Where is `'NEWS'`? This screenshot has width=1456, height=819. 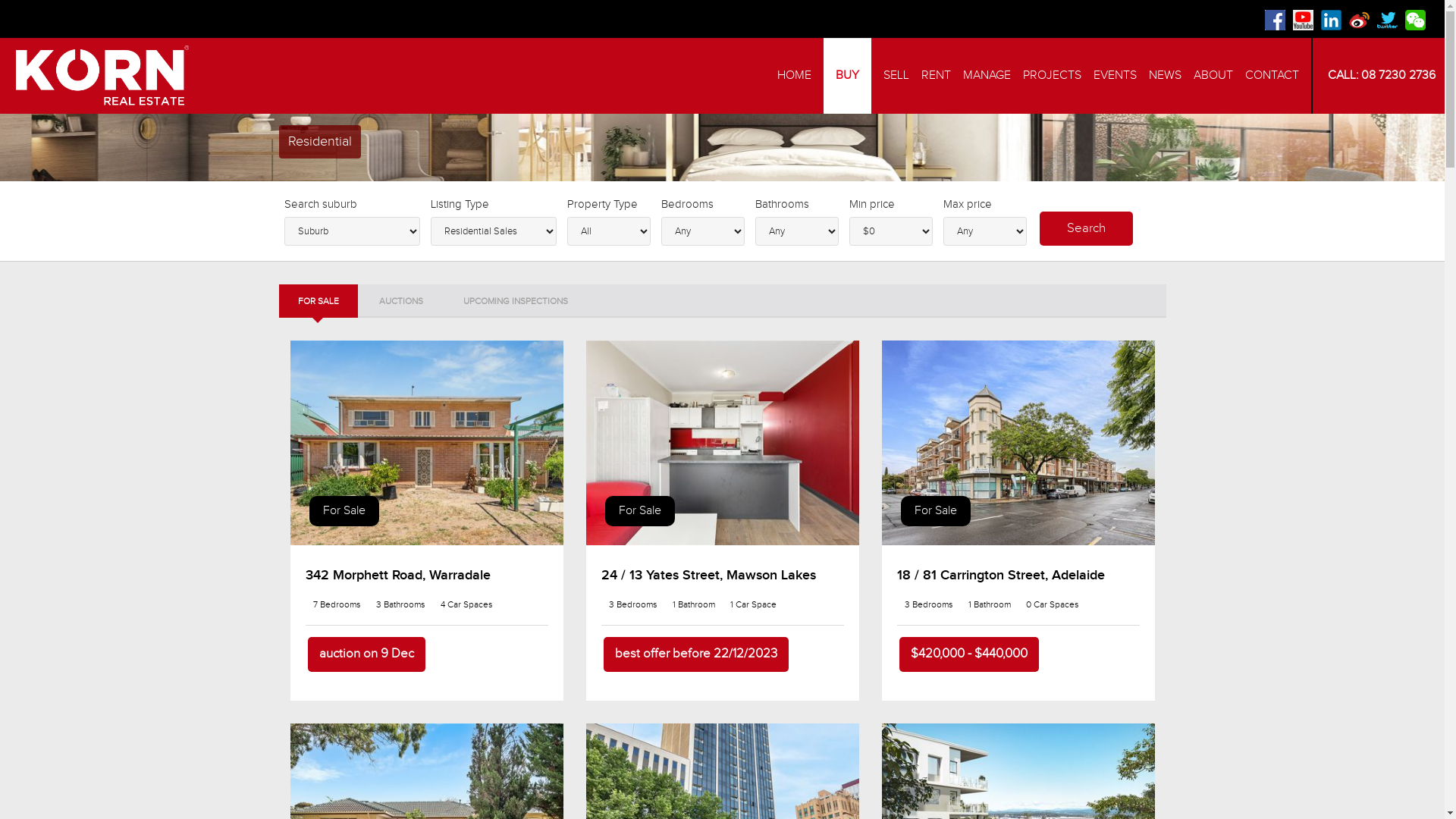 'NEWS' is located at coordinates (1149, 76).